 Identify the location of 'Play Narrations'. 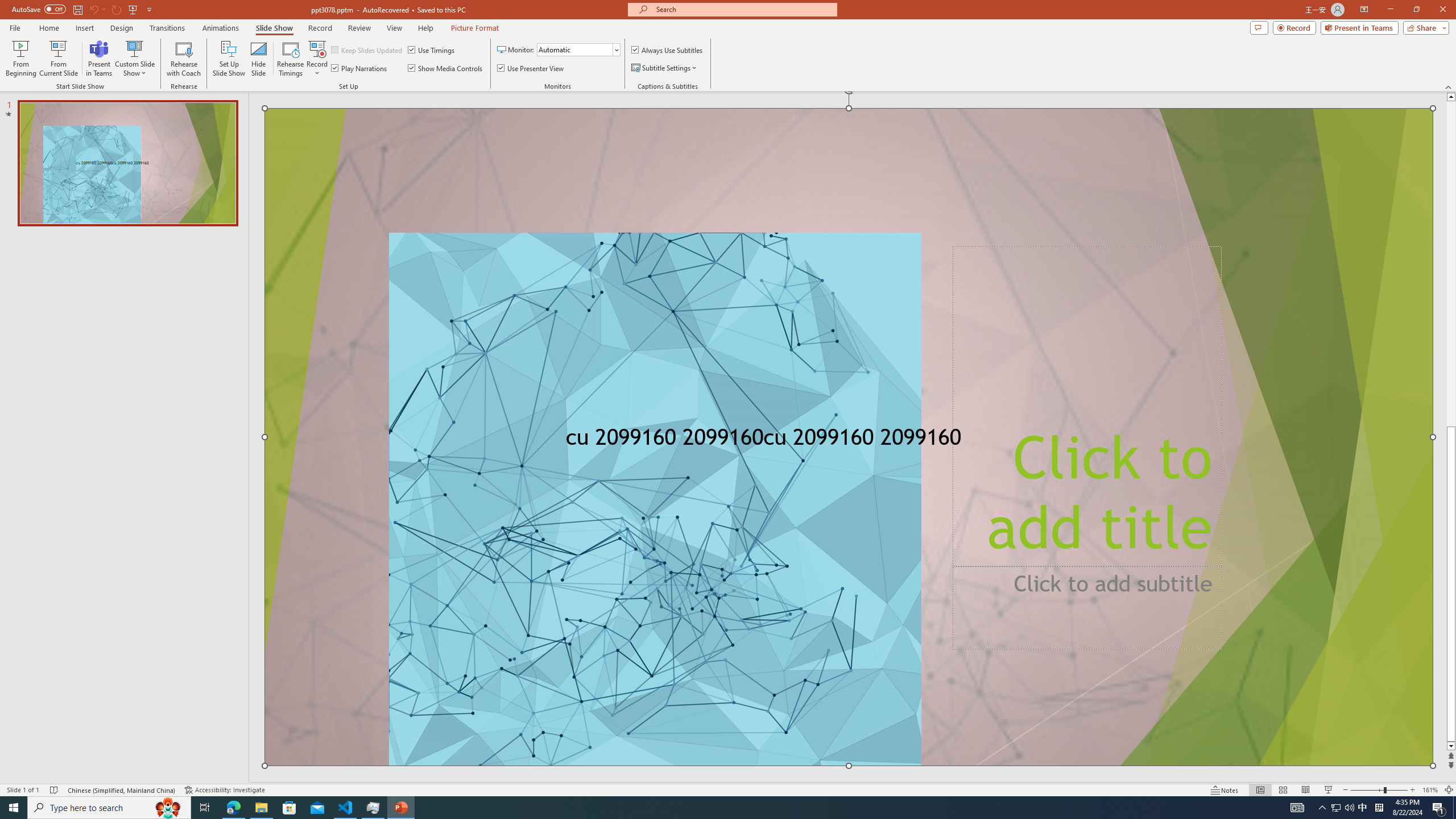
(359, 67).